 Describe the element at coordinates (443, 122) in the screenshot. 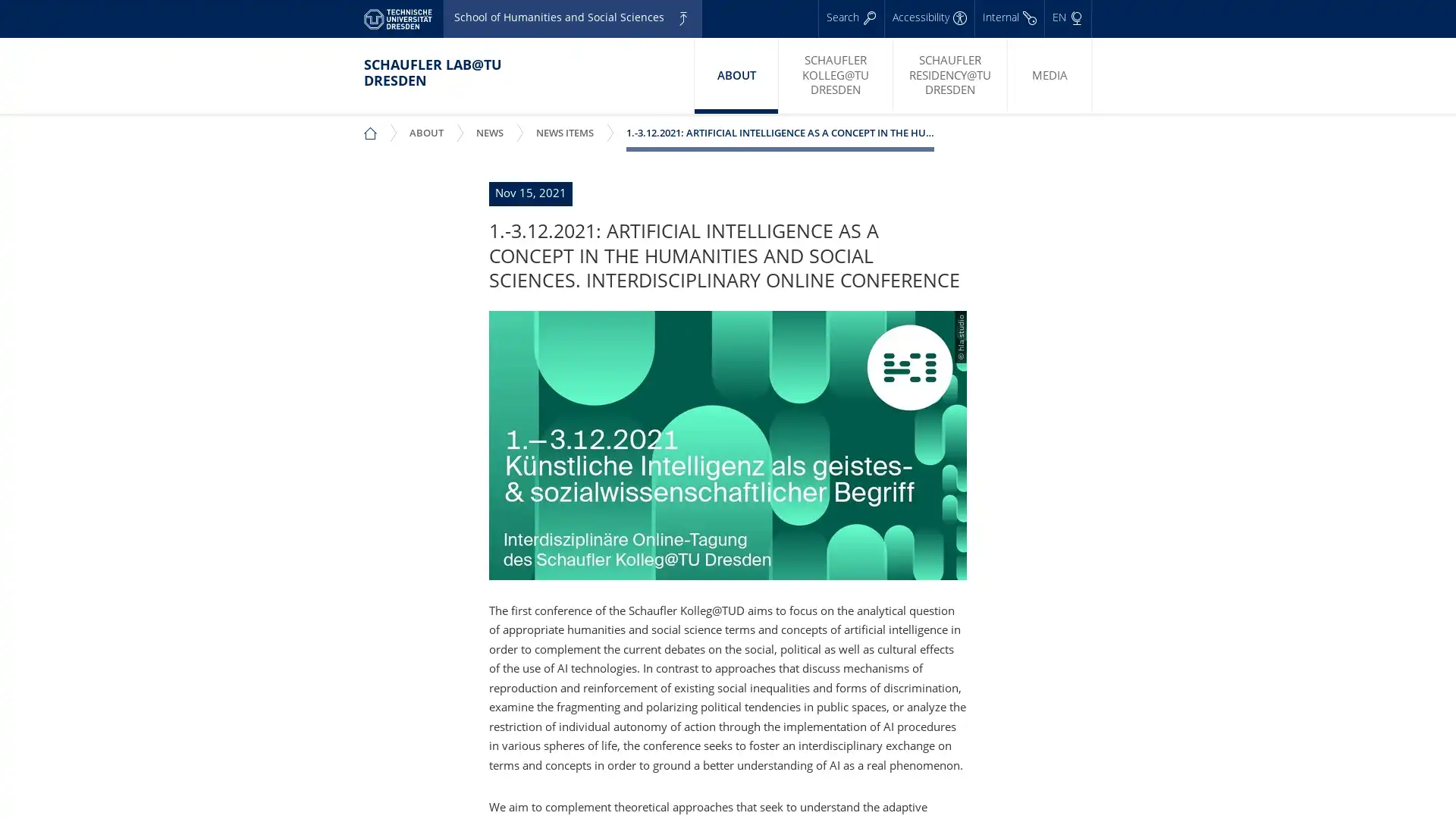

I see `Show submenu` at that location.